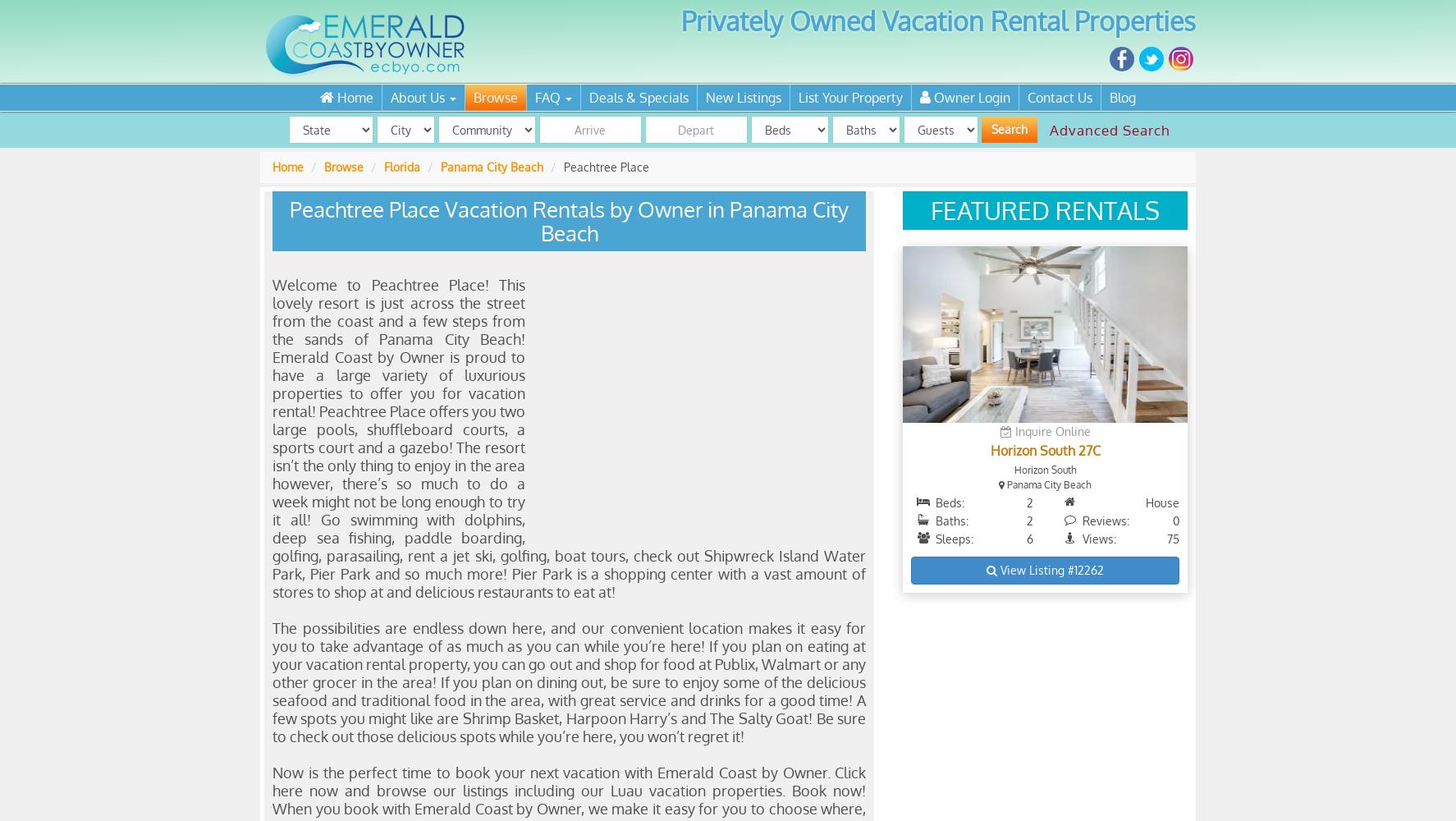 This screenshot has height=821, width=1456. Describe the element at coordinates (419, 97) in the screenshot. I see `'About Us'` at that location.